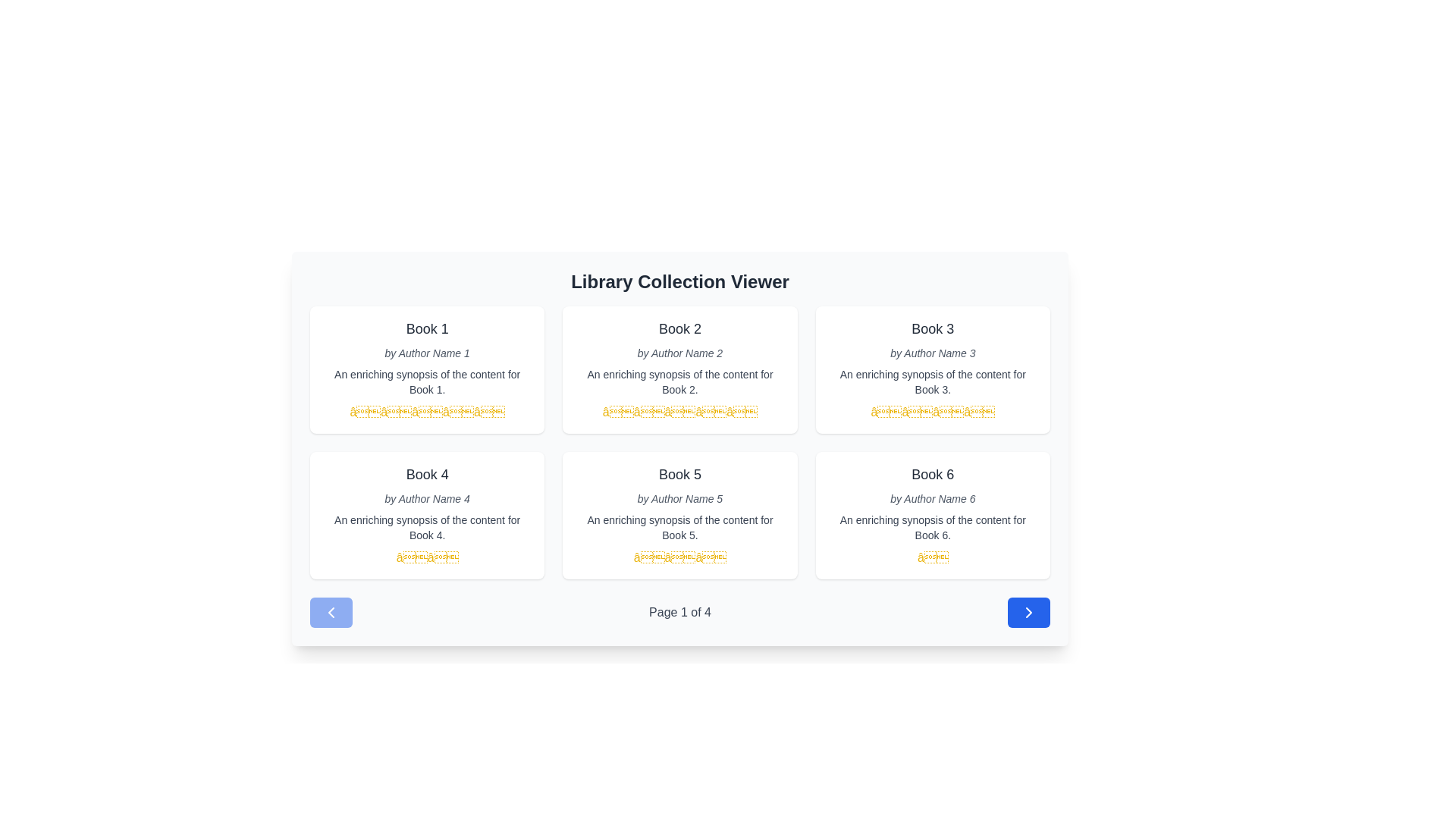  I want to click on the book, so click(931, 328).